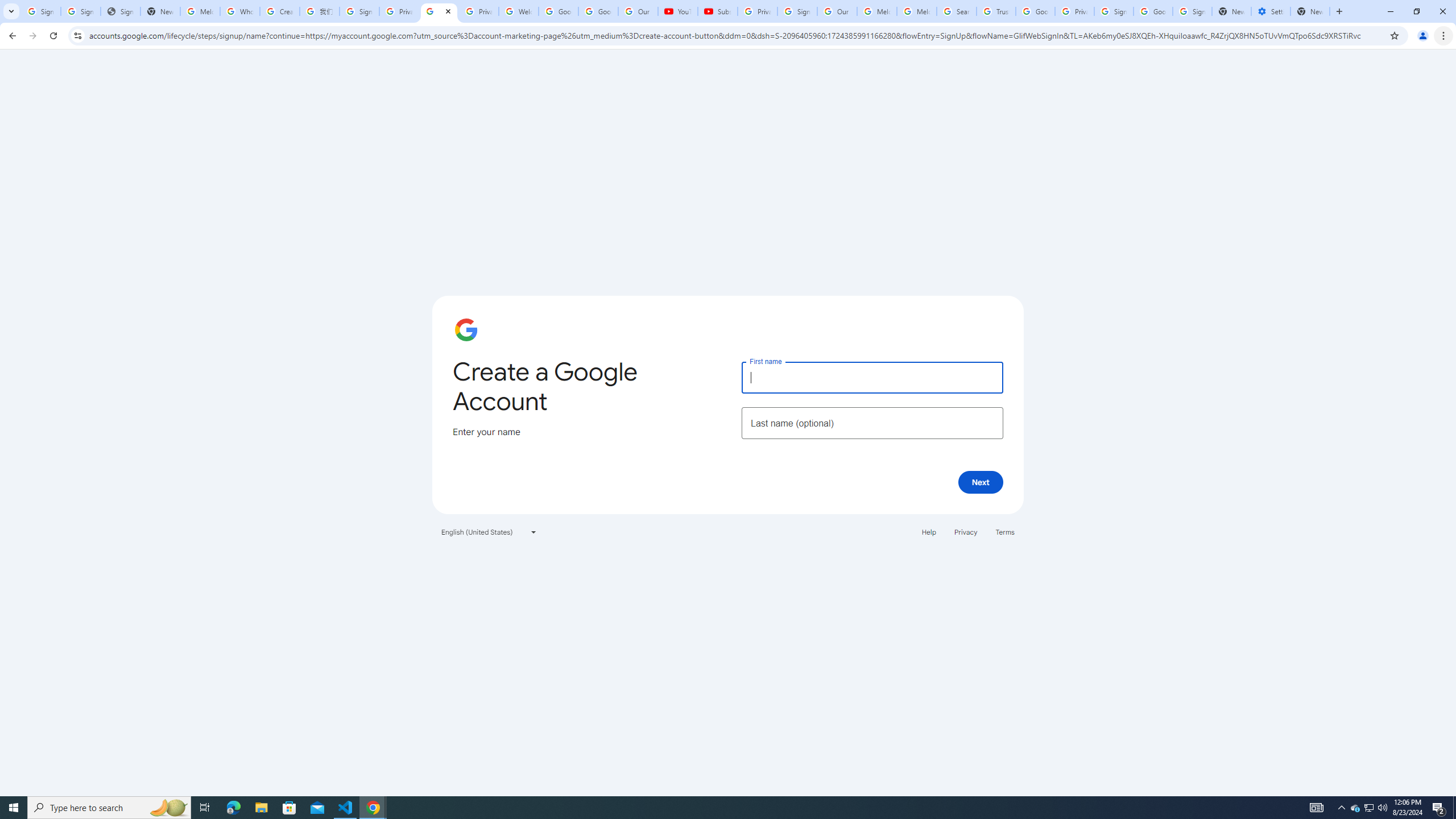  What do you see at coordinates (981, 481) in the screenshot?
I see `'Next'` at bounding box center [981, 481].